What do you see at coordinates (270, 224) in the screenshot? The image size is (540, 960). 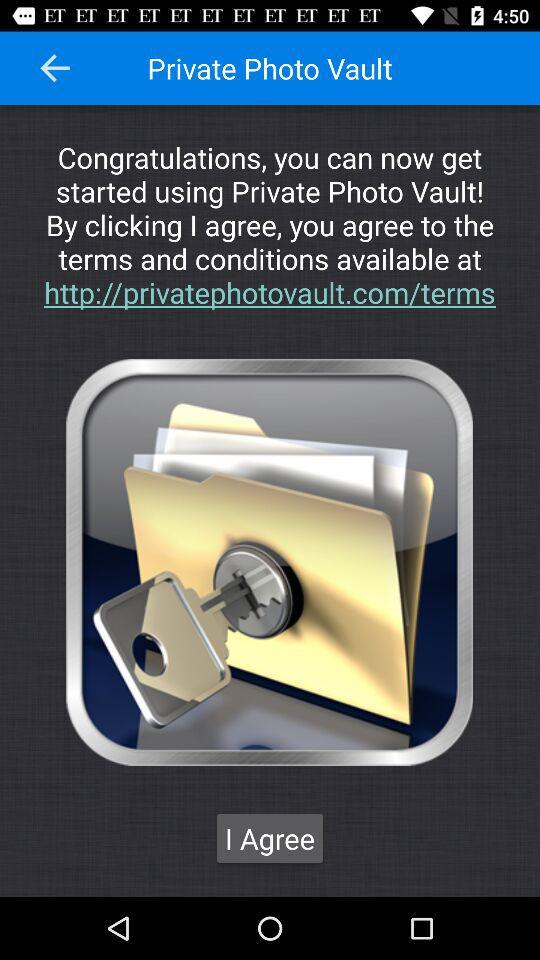 I see `the congratulations you can item` at bounding box center [270, 224].